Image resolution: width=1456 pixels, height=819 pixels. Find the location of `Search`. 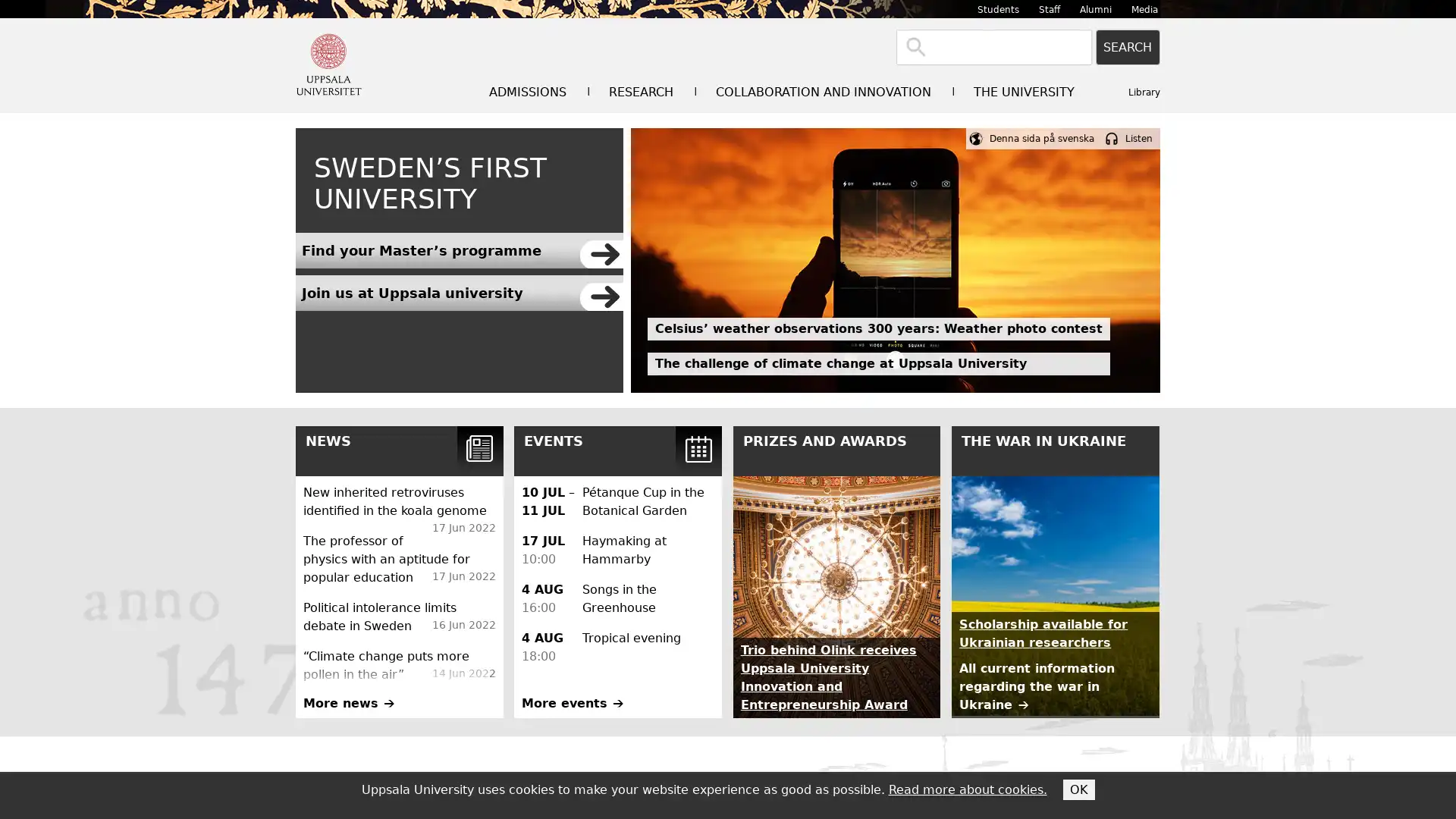

Search is located at coordinates (1128, 46).